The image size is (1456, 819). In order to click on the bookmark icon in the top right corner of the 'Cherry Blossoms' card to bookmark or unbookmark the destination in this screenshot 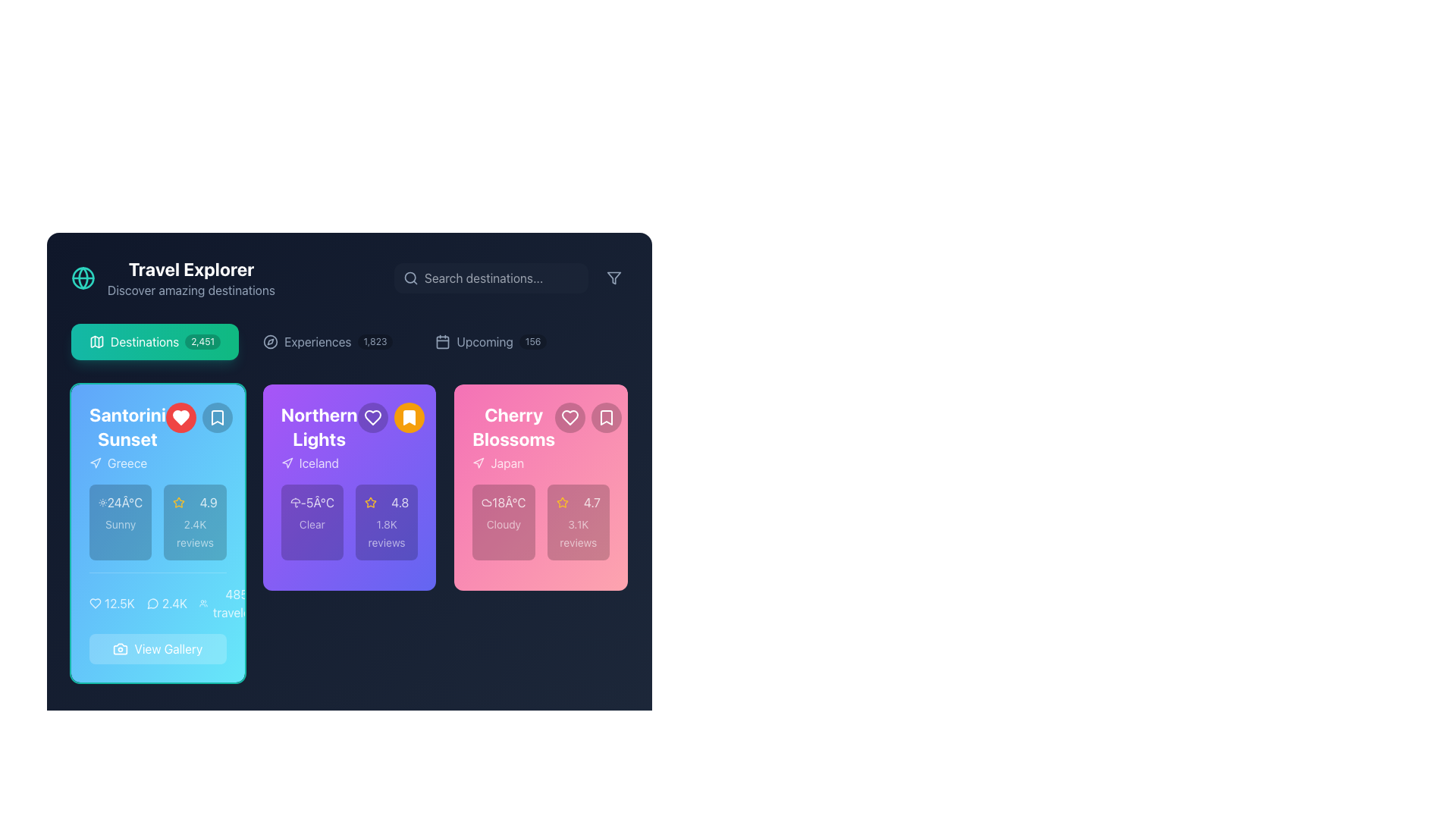, I will do `click(607, 418)`.